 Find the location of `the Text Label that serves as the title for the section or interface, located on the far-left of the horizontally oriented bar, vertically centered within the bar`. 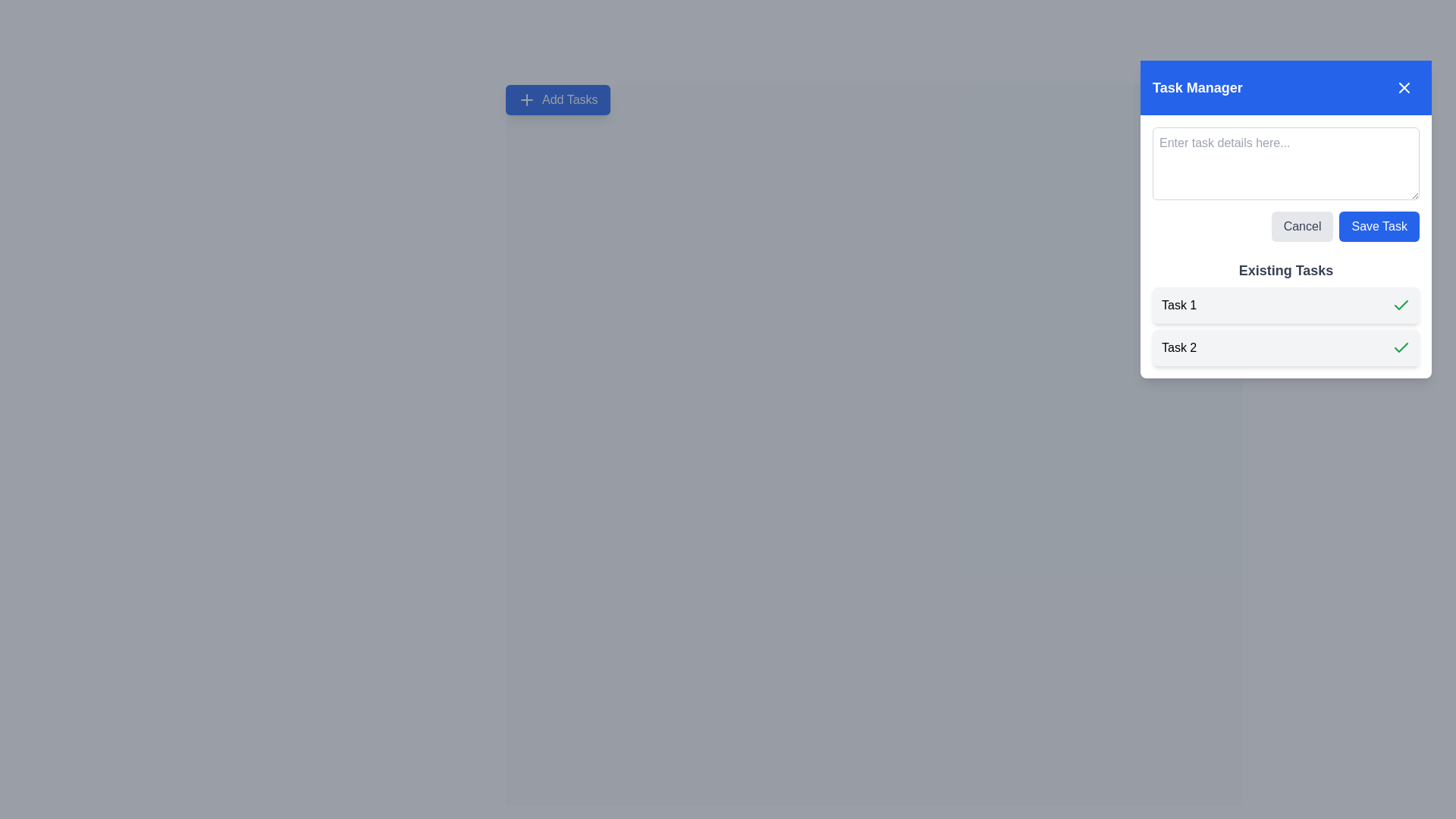

the Text Label that serves as the title for the section or interface, located on the far-left of the horizontally oriented bar, vertically centered within the bar is located at coordinates (1197, 87).